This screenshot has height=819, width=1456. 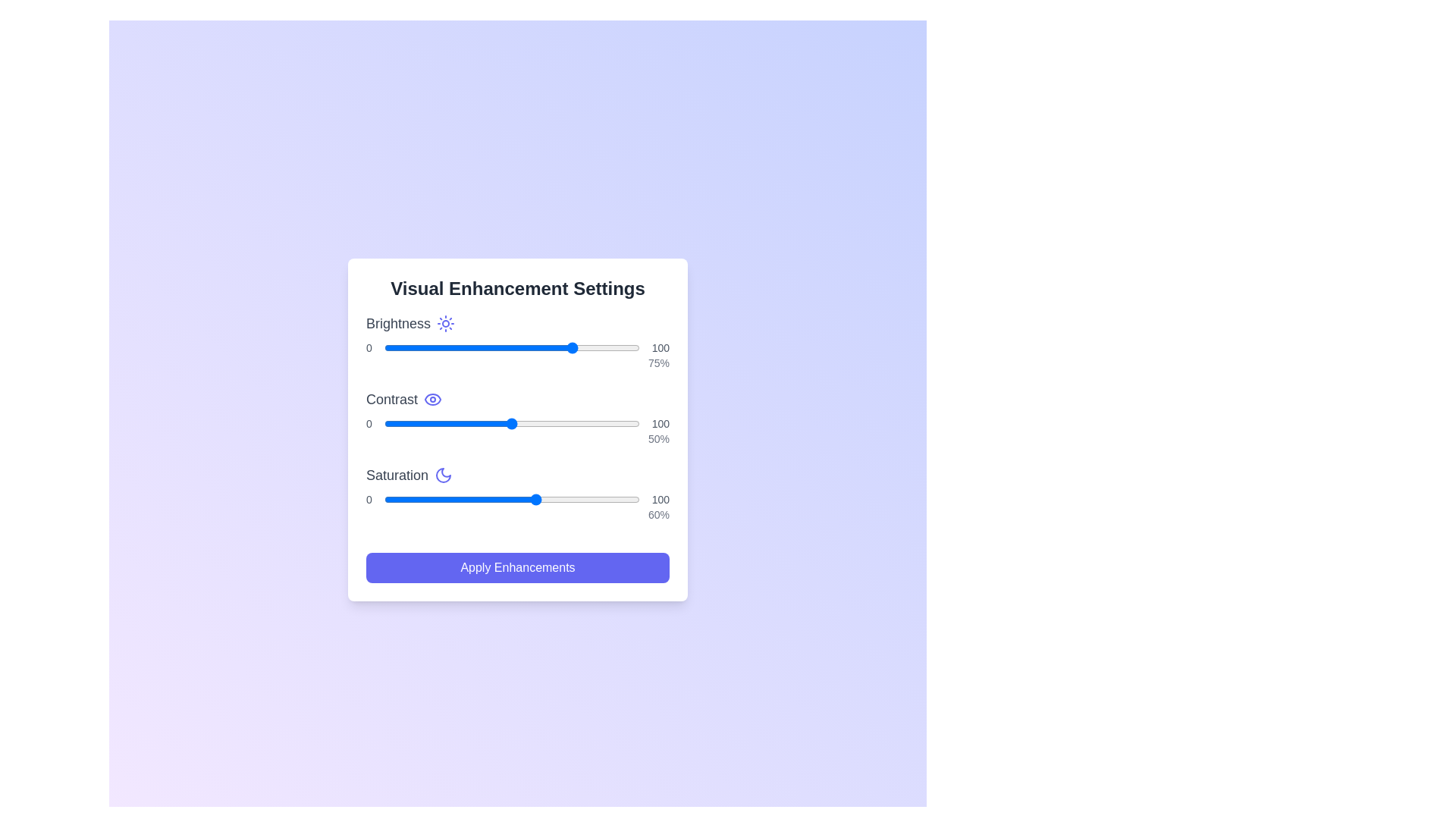 I want to click on the icon for contrast to display its tooltip, so click(x=432, y=399).